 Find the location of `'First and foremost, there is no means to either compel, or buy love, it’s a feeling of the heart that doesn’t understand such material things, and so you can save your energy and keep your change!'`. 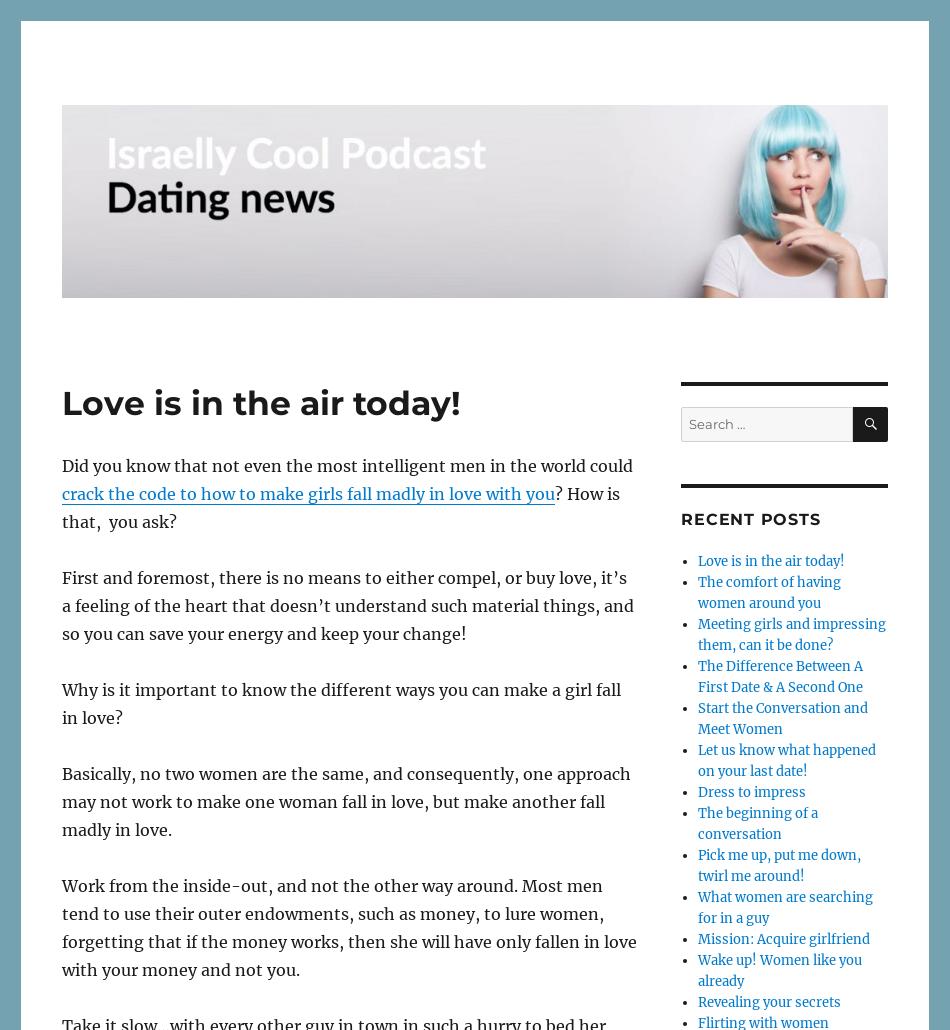

'First and foremost, there is no means to either compel, or buy love, it’s a feeling of the heart that doesn’t understand such material things, and so you can save your energy and keep your change!' is located at coordinates (346, 604).